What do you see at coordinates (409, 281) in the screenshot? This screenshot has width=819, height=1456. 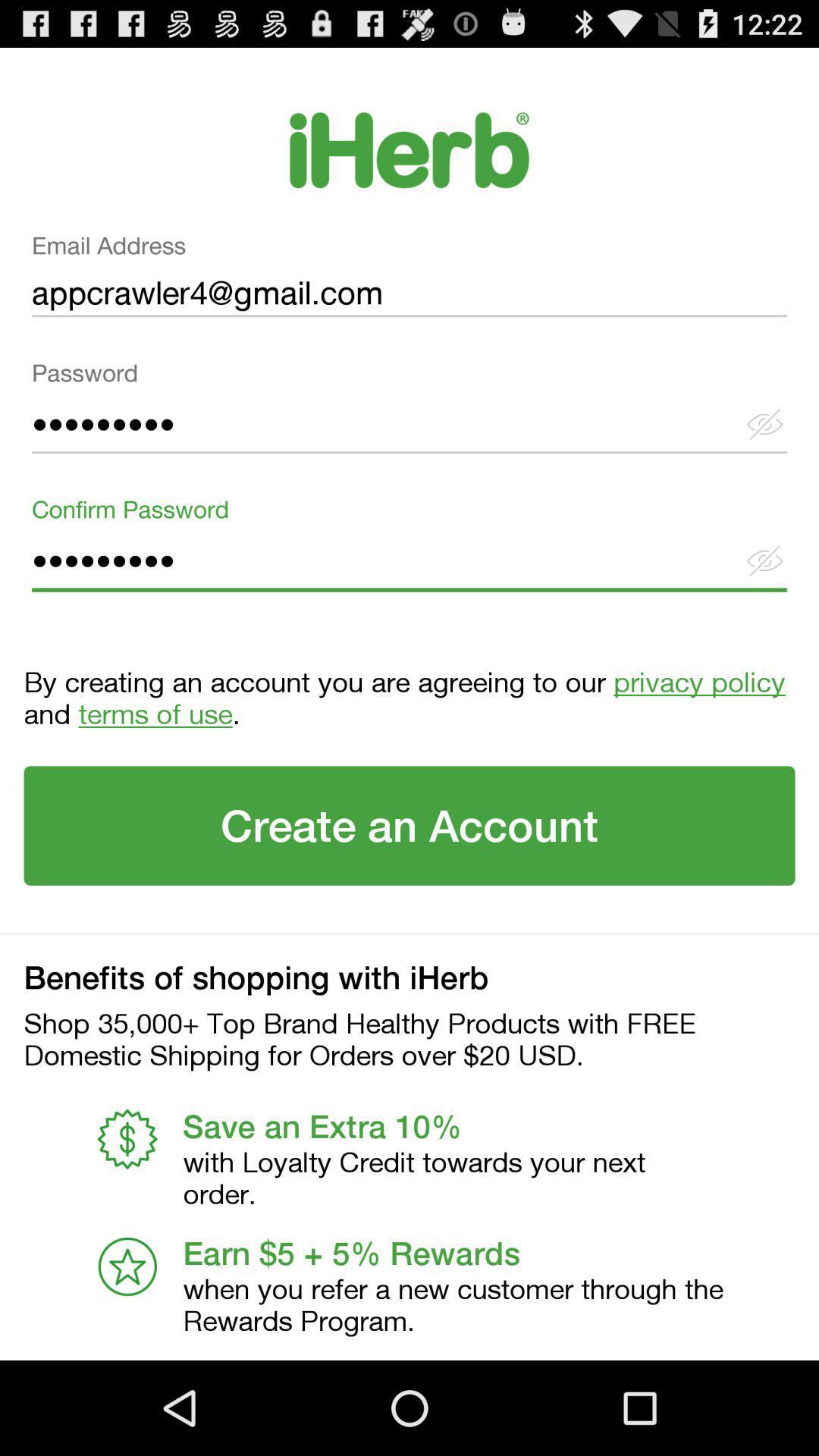 I see `the text search below the text iherb` at bounding box center [409, 281].